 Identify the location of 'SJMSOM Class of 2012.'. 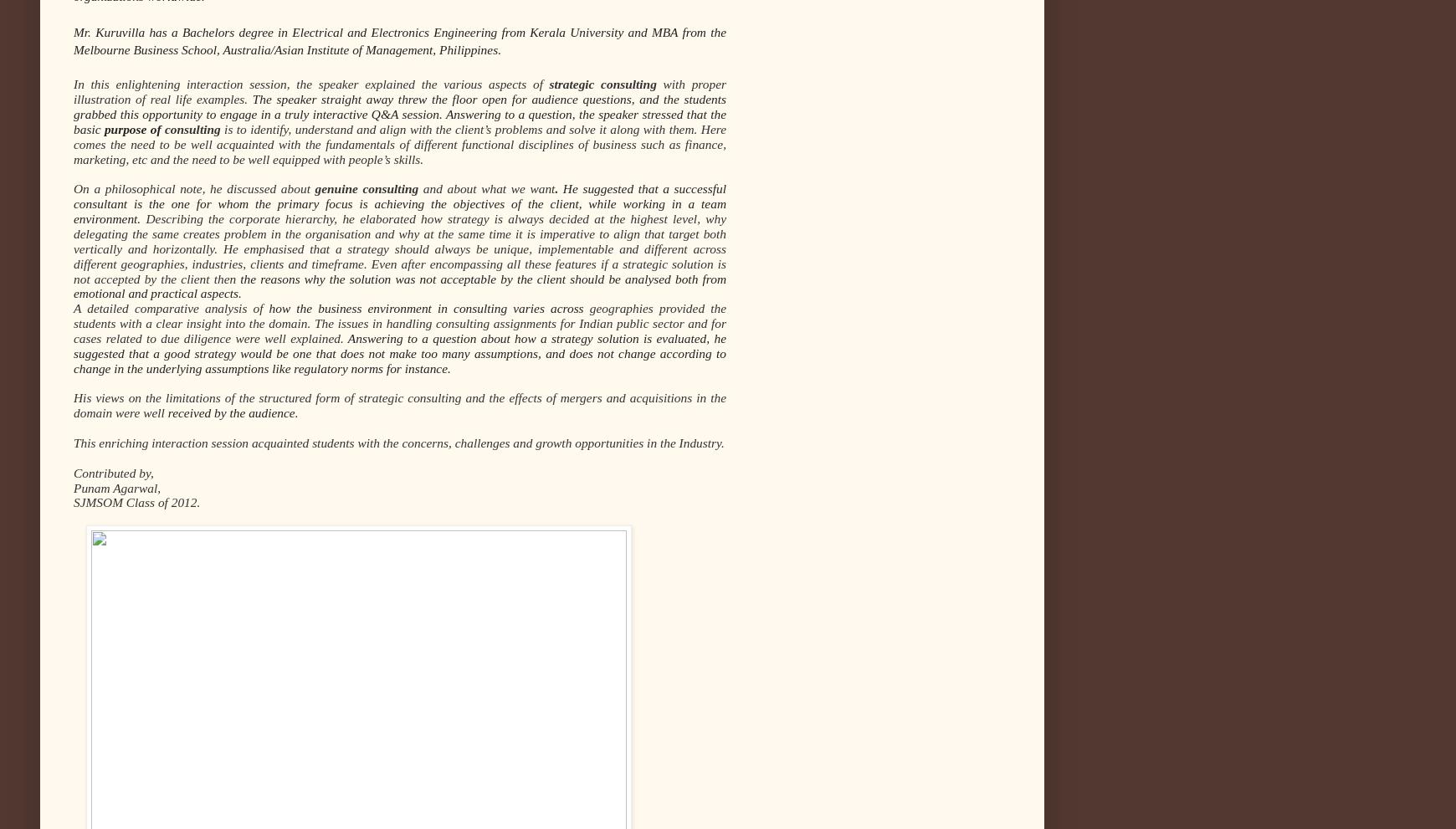
(136, 502).